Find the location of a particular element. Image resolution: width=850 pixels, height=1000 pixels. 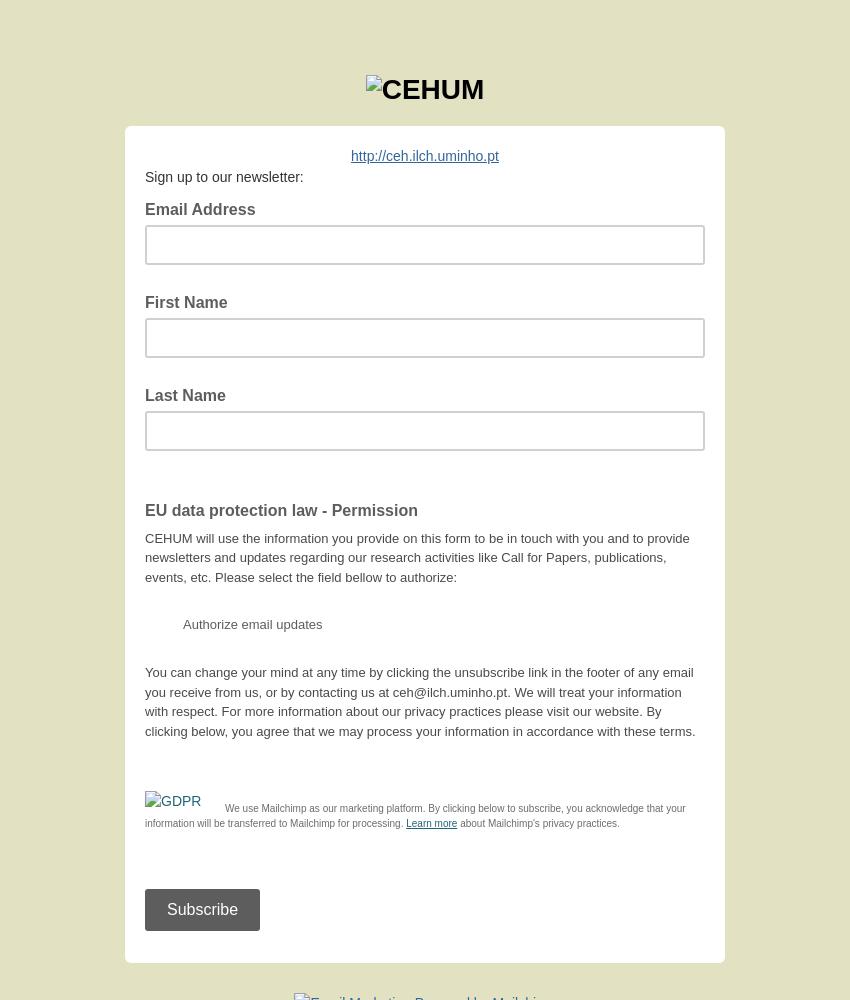

'Authorize email updates' is located at coordinates (252, 623).